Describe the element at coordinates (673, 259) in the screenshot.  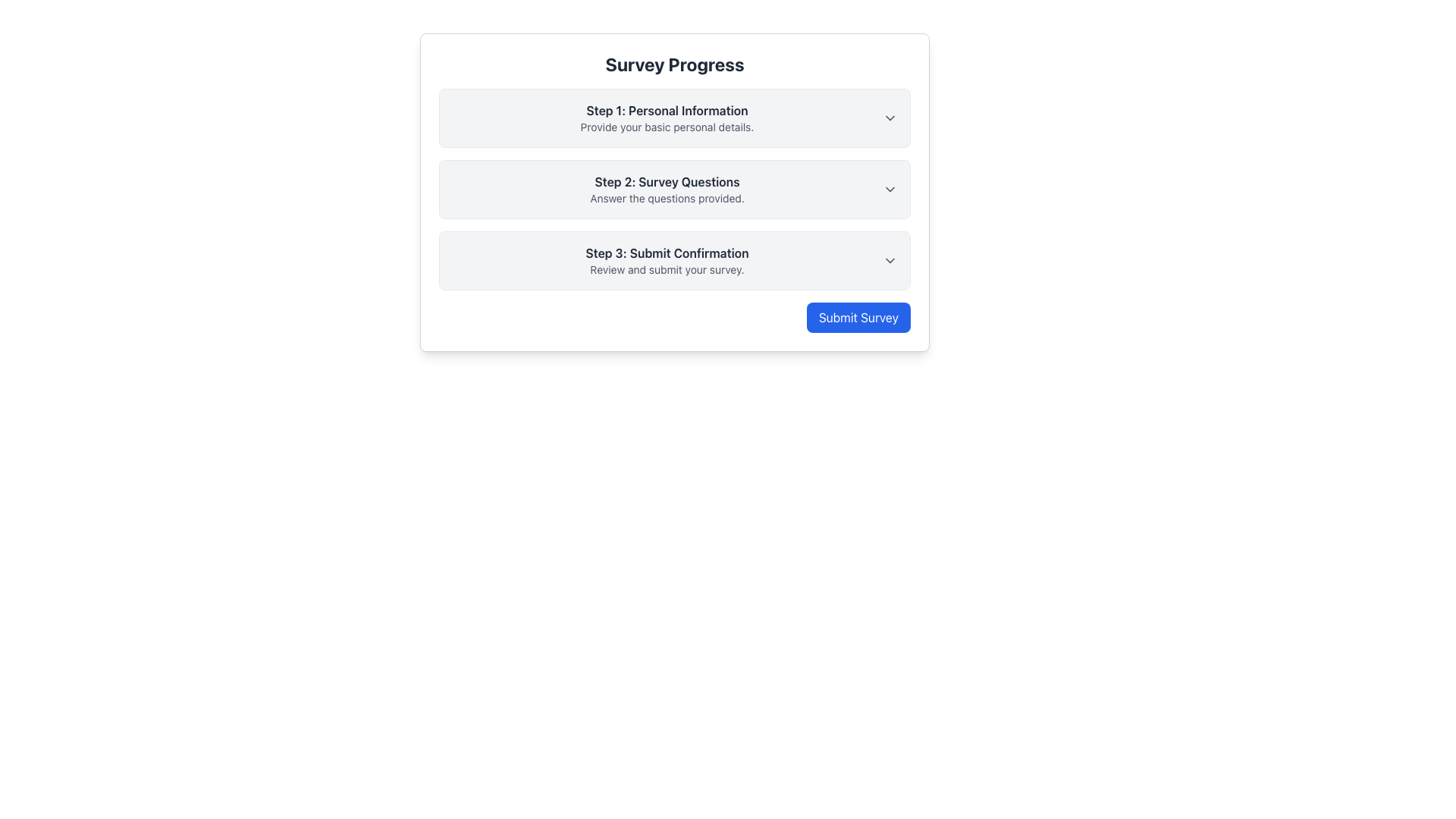
I see `the Step Indicator element that indicates the third step in the multi-step survey process located in the 'Survey Progress' section` at that location.